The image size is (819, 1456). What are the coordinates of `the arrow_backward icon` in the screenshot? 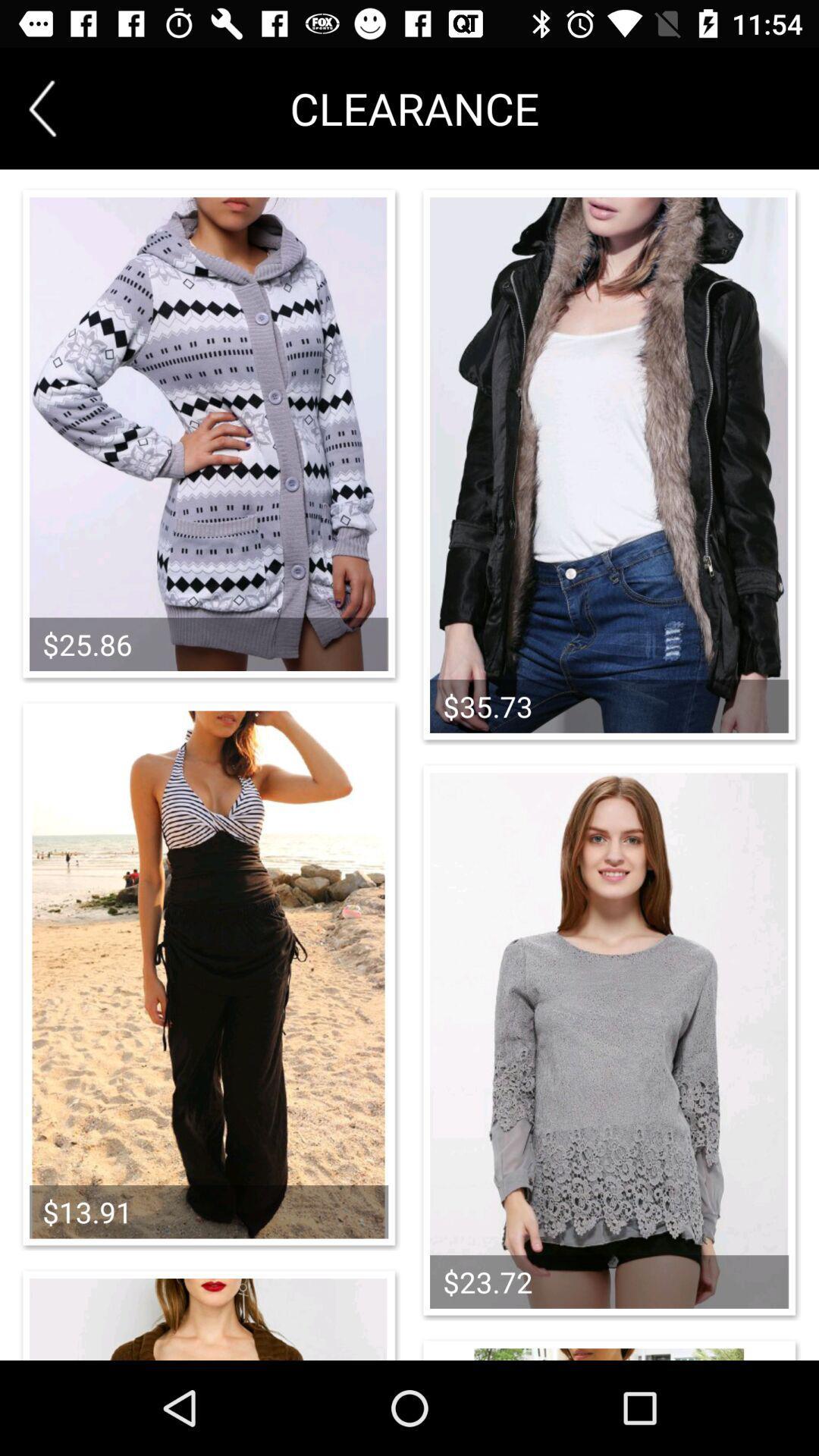 It's located at (42, 108).